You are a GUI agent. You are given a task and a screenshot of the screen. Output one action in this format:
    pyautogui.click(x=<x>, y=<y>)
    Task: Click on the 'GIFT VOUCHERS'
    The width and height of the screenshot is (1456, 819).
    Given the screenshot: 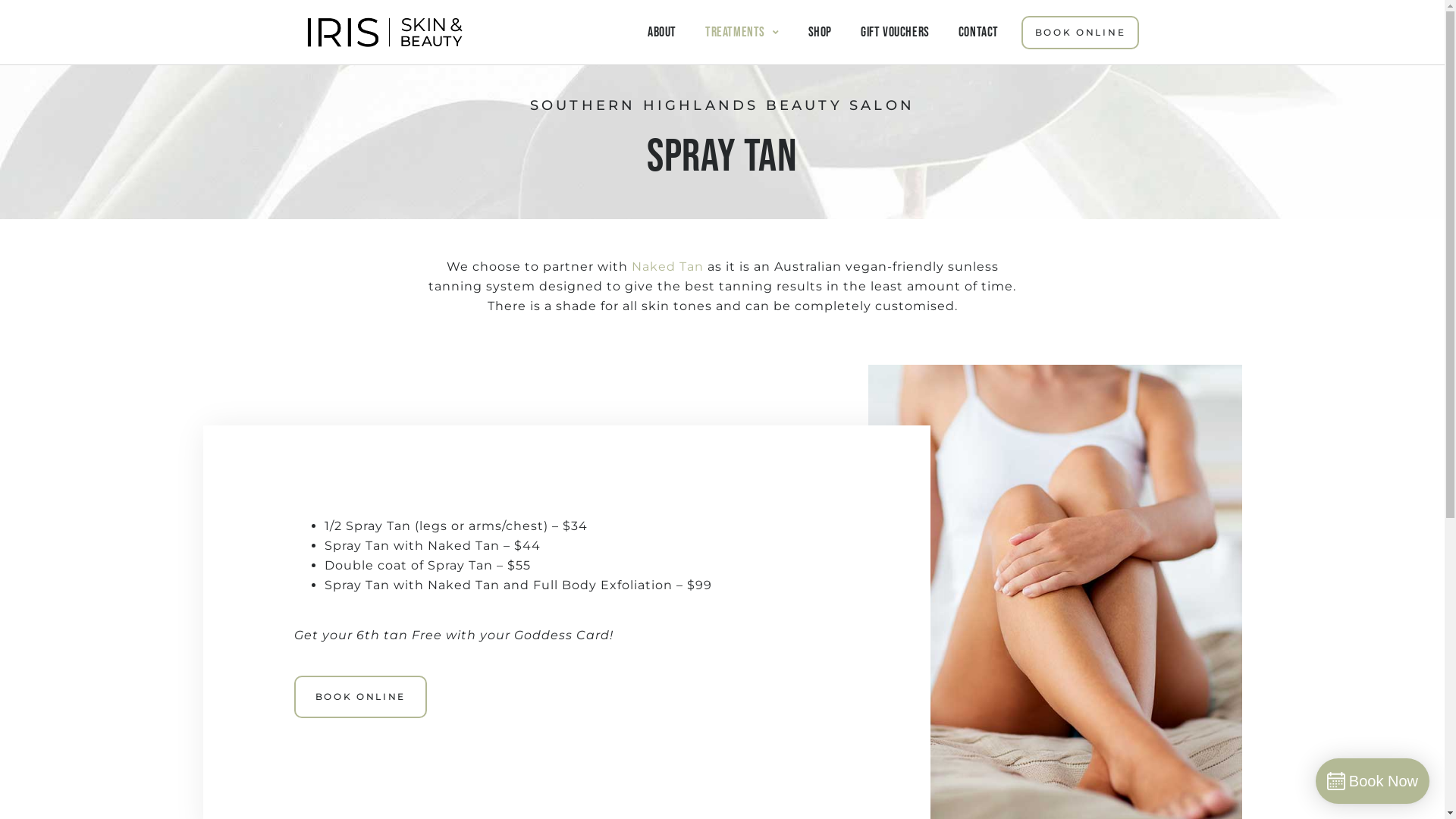 What is the action you would take?
    pyautogui.click(x=880, y=32)
    